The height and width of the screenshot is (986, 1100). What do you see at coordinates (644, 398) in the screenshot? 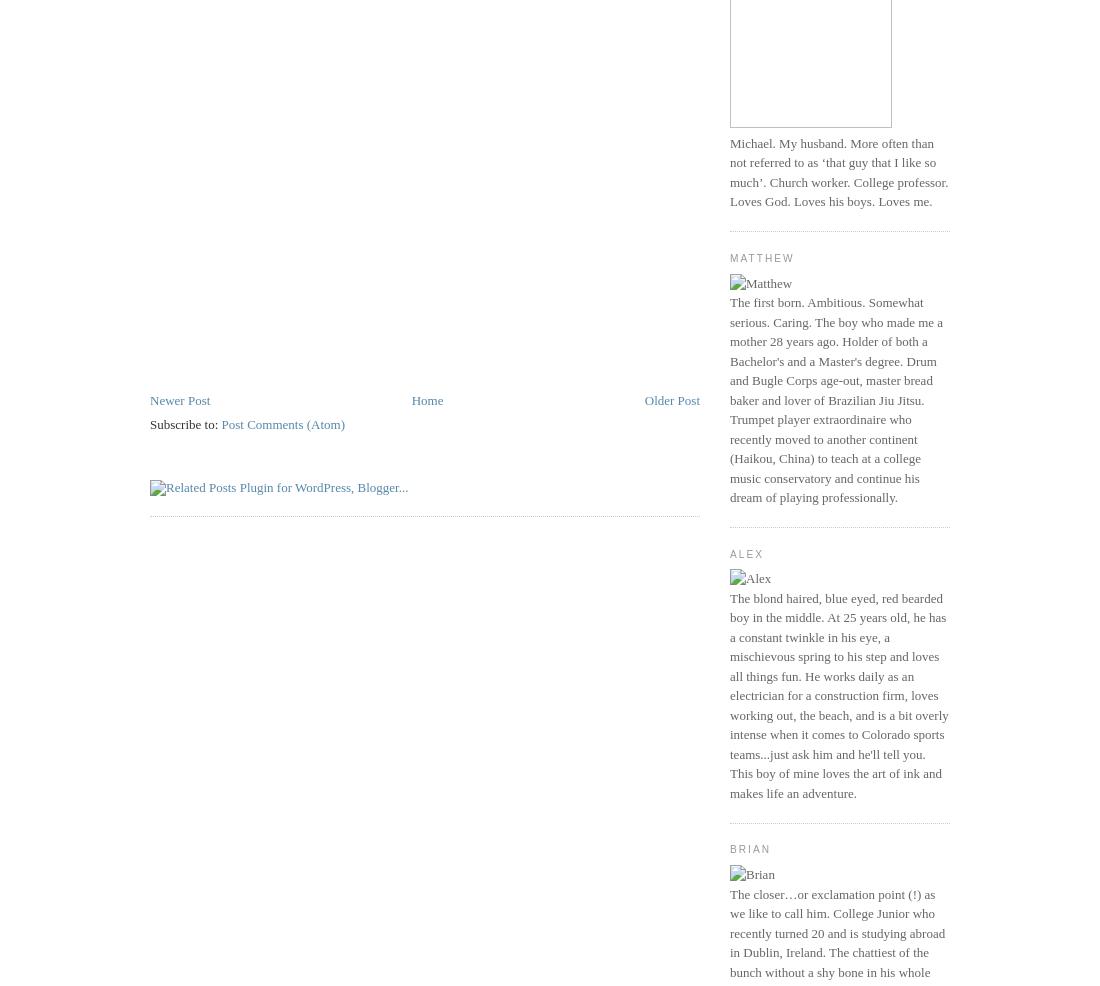
I see `'Older Post'` at bounding box center [644, 398].